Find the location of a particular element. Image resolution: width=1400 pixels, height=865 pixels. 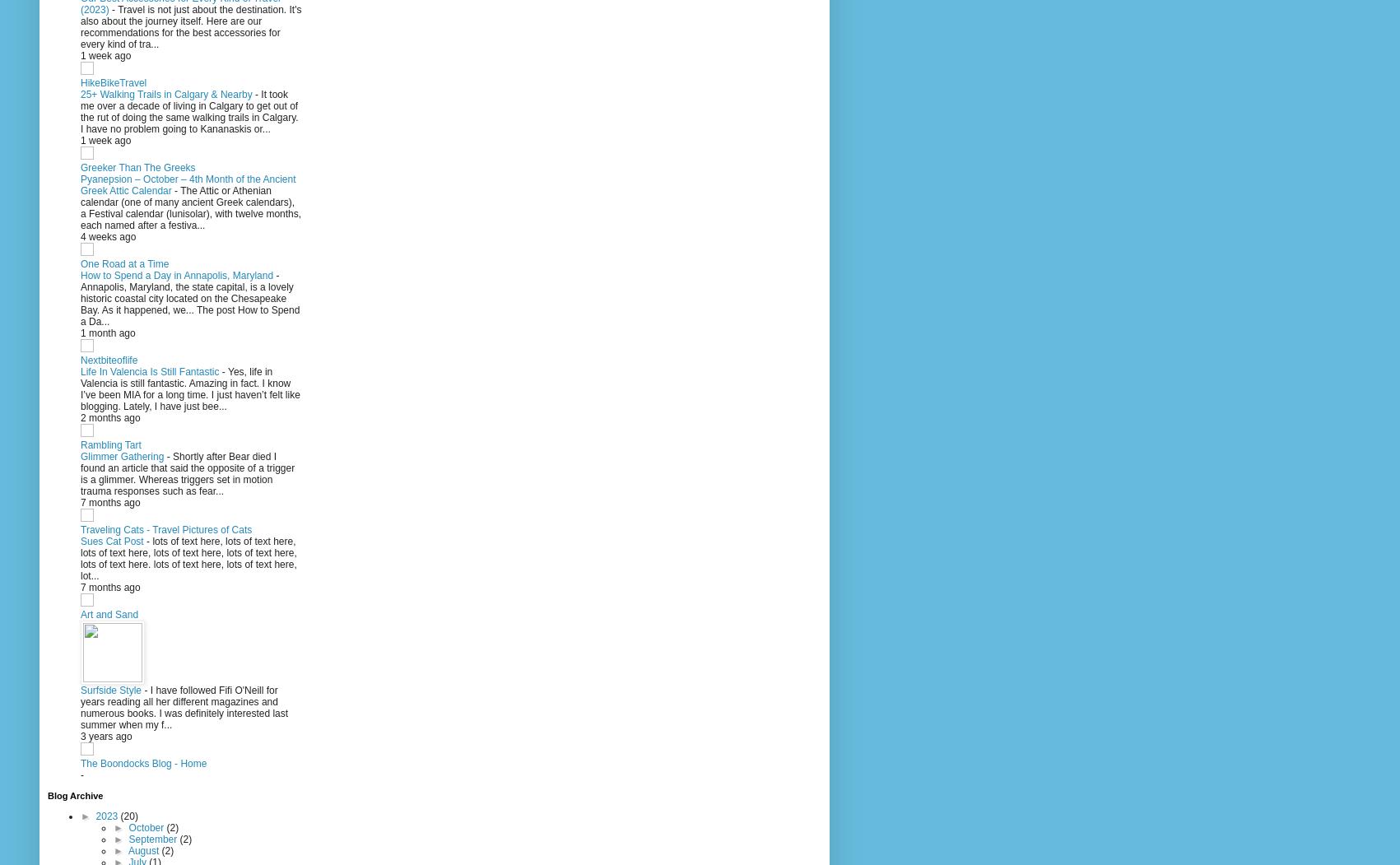

'Glimmer Gathering' is located at coordinates (123, 456).